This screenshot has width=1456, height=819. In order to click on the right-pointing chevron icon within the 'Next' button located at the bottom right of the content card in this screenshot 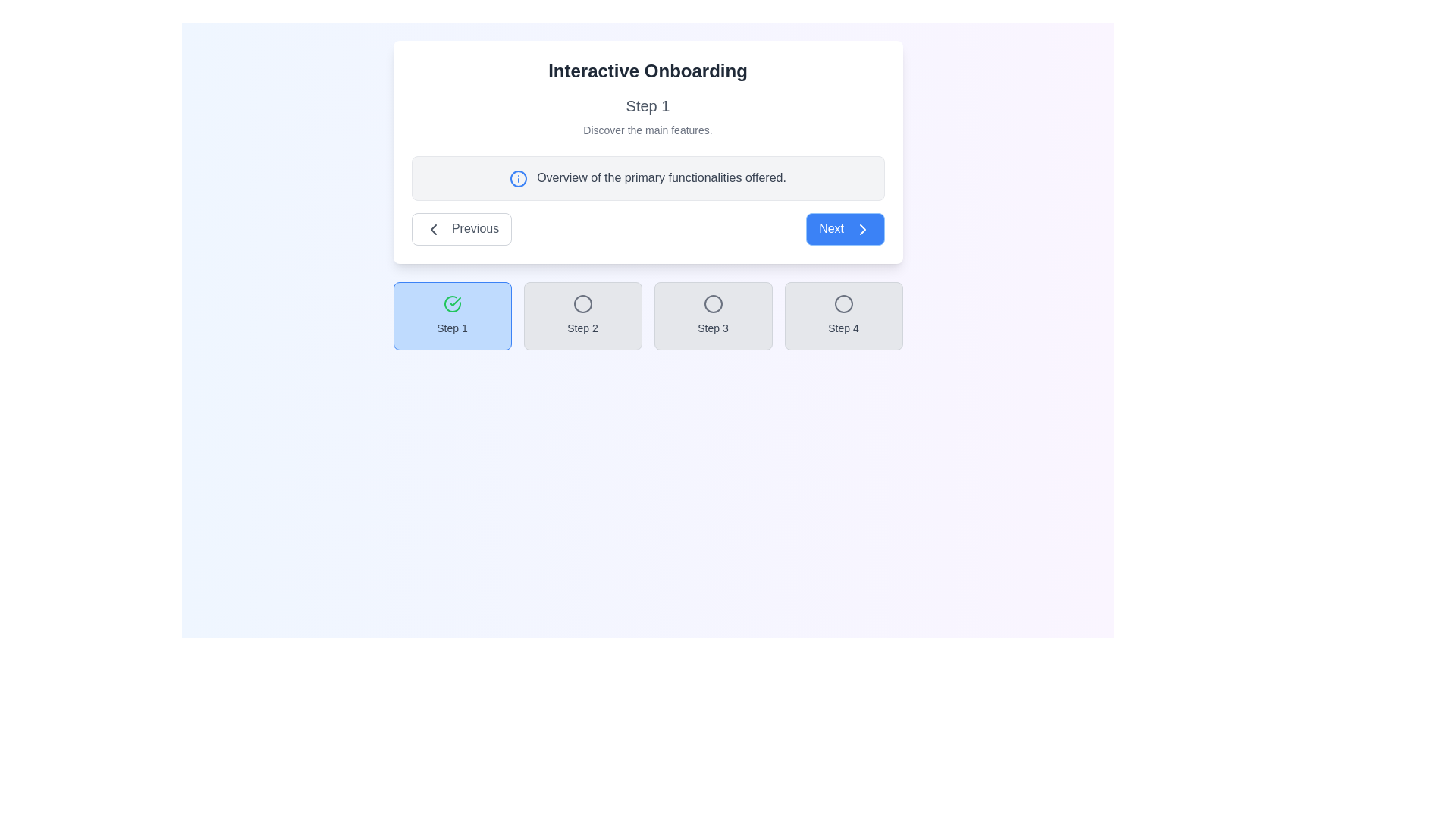, I will do `click(862, 229)`.